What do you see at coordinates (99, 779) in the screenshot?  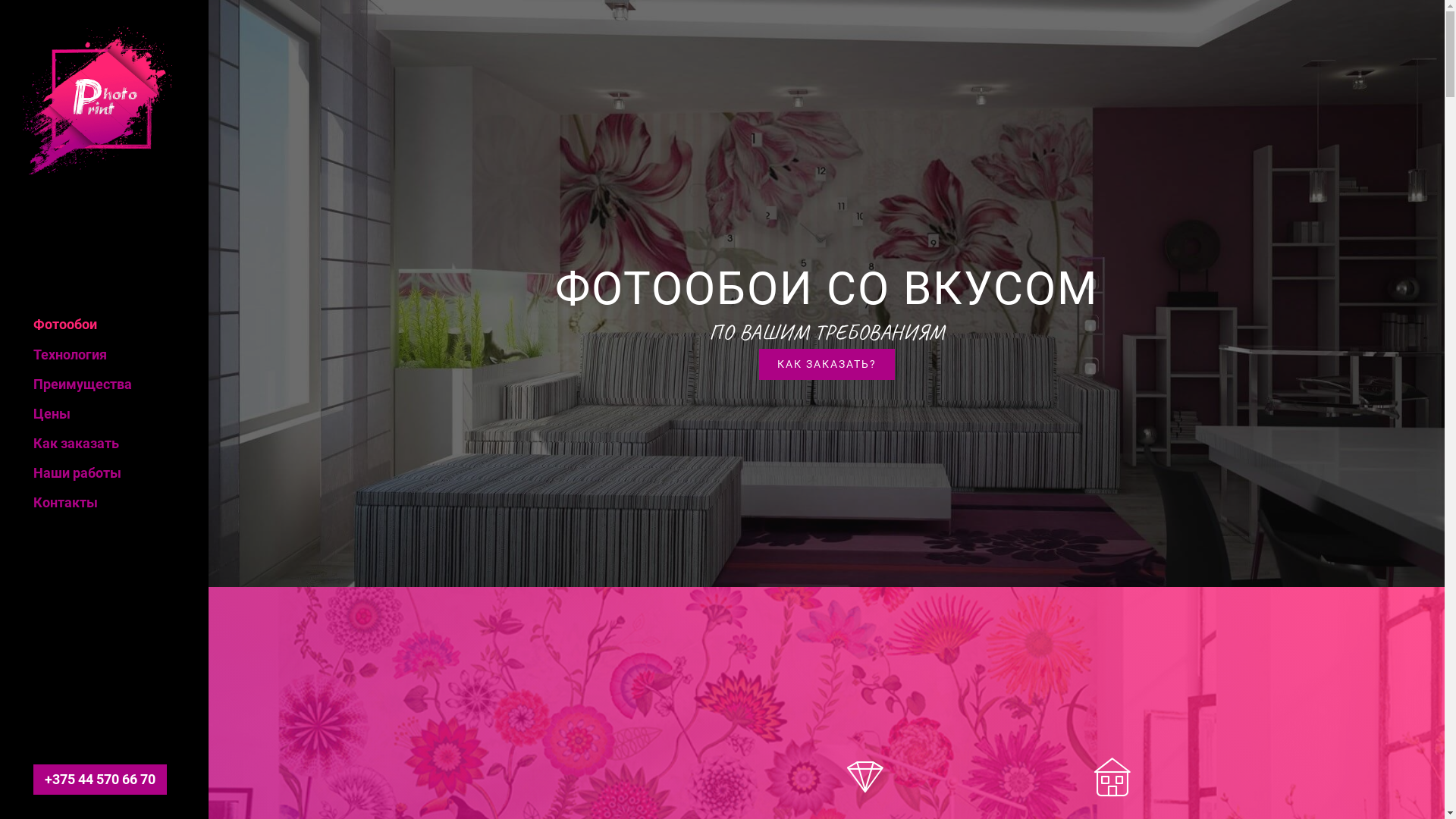 I see `'+375 44 570 66 70'` at bounding box center [99, 779].